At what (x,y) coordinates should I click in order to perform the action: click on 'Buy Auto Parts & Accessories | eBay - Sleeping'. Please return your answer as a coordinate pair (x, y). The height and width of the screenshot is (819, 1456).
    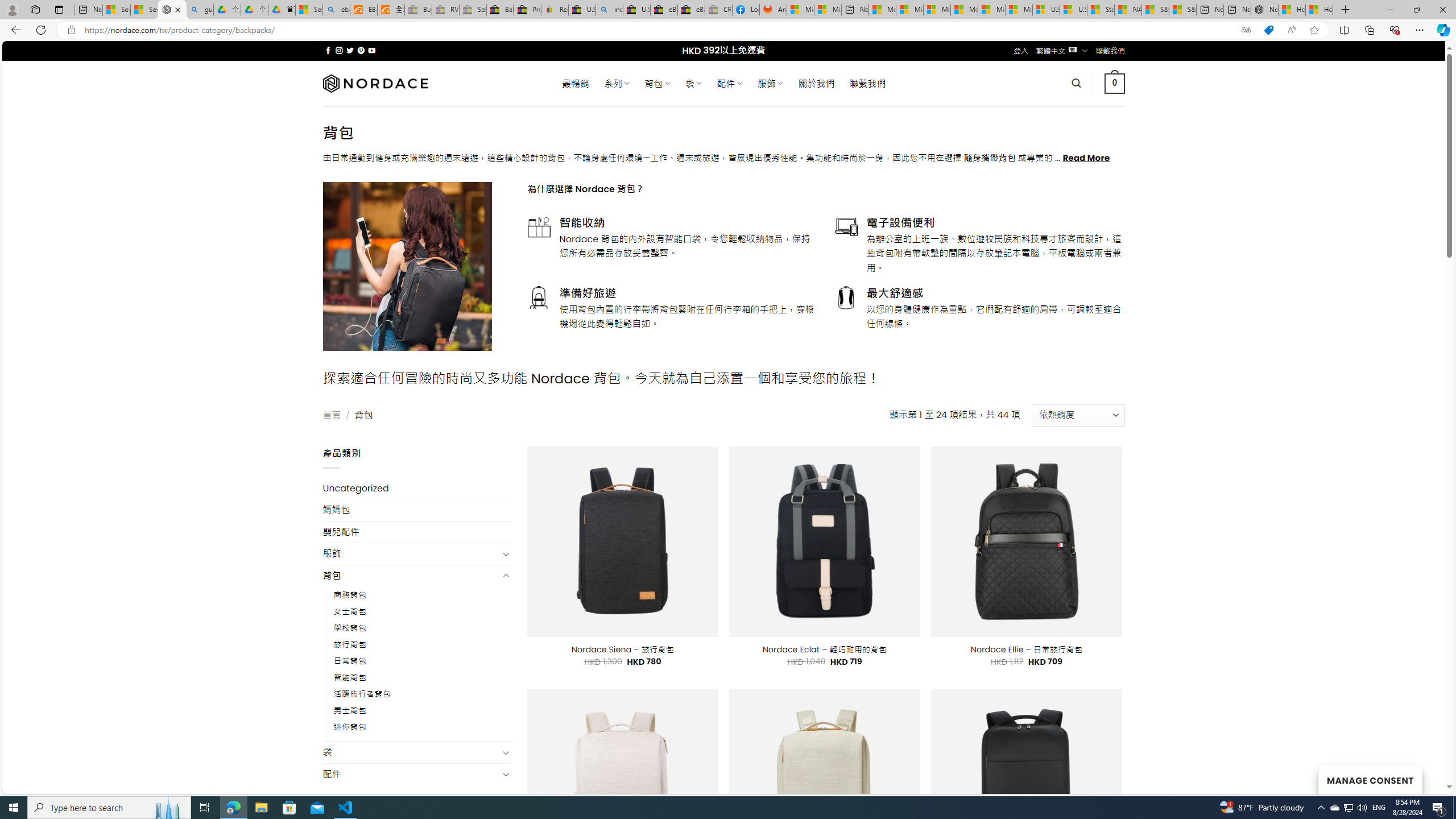
    Looking at the image, I should click on (418, 9).